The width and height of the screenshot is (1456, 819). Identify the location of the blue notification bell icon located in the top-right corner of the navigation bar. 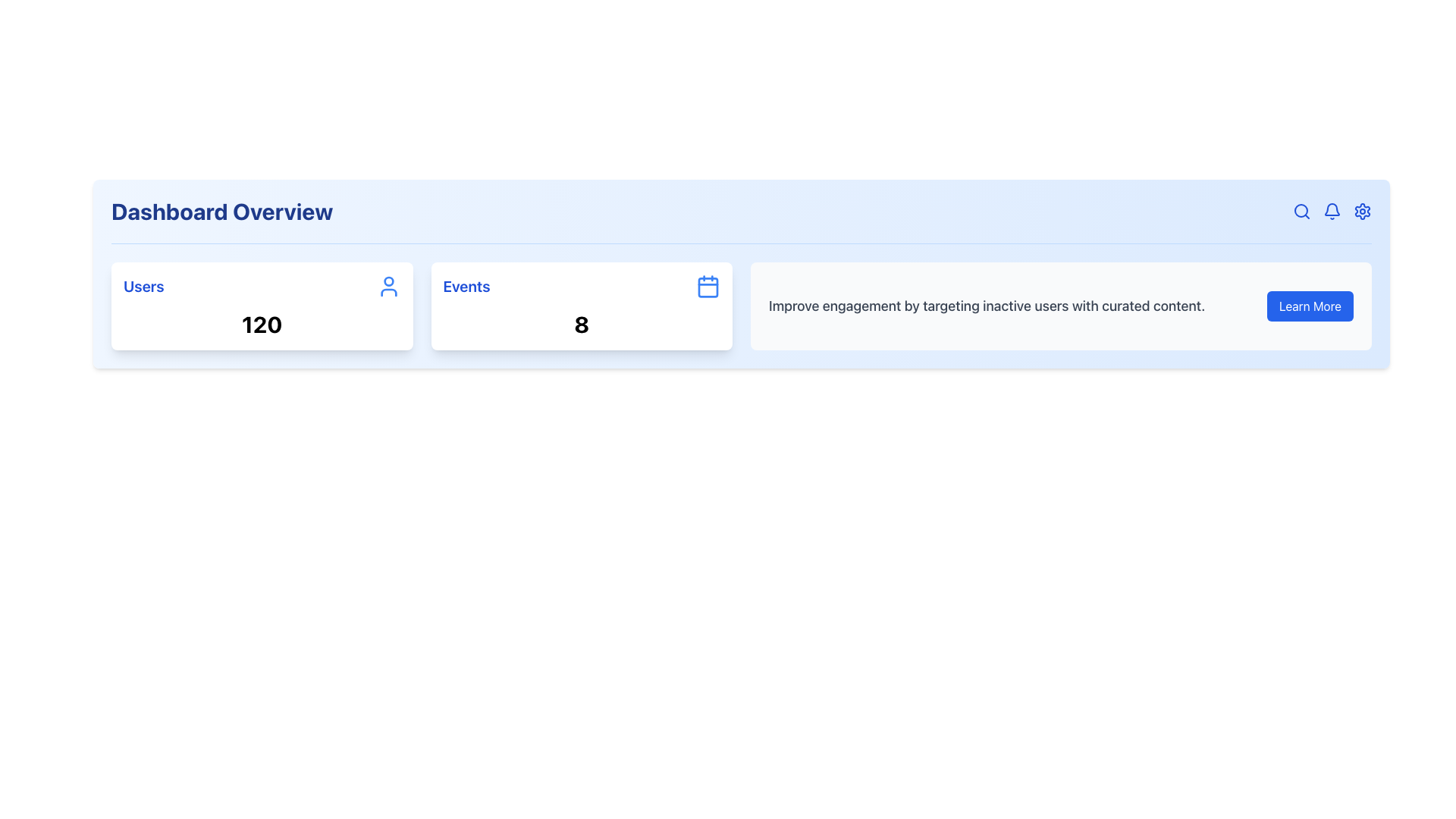
(1331, 211).